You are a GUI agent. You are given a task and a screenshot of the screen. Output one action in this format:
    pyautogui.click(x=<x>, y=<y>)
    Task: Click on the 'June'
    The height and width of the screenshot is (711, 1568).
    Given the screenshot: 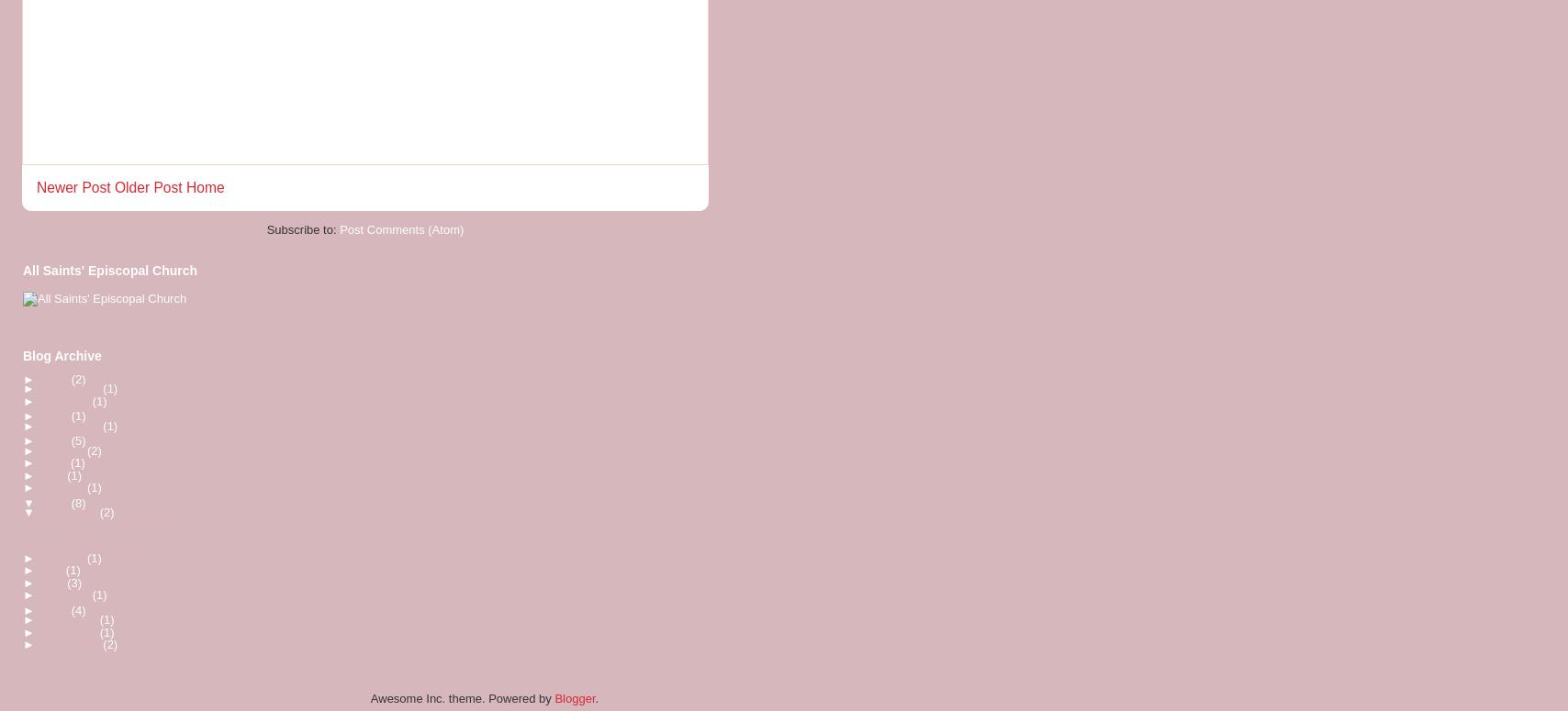 What is the action you would take?
    pyautogui.click(x=54, y=461)
    